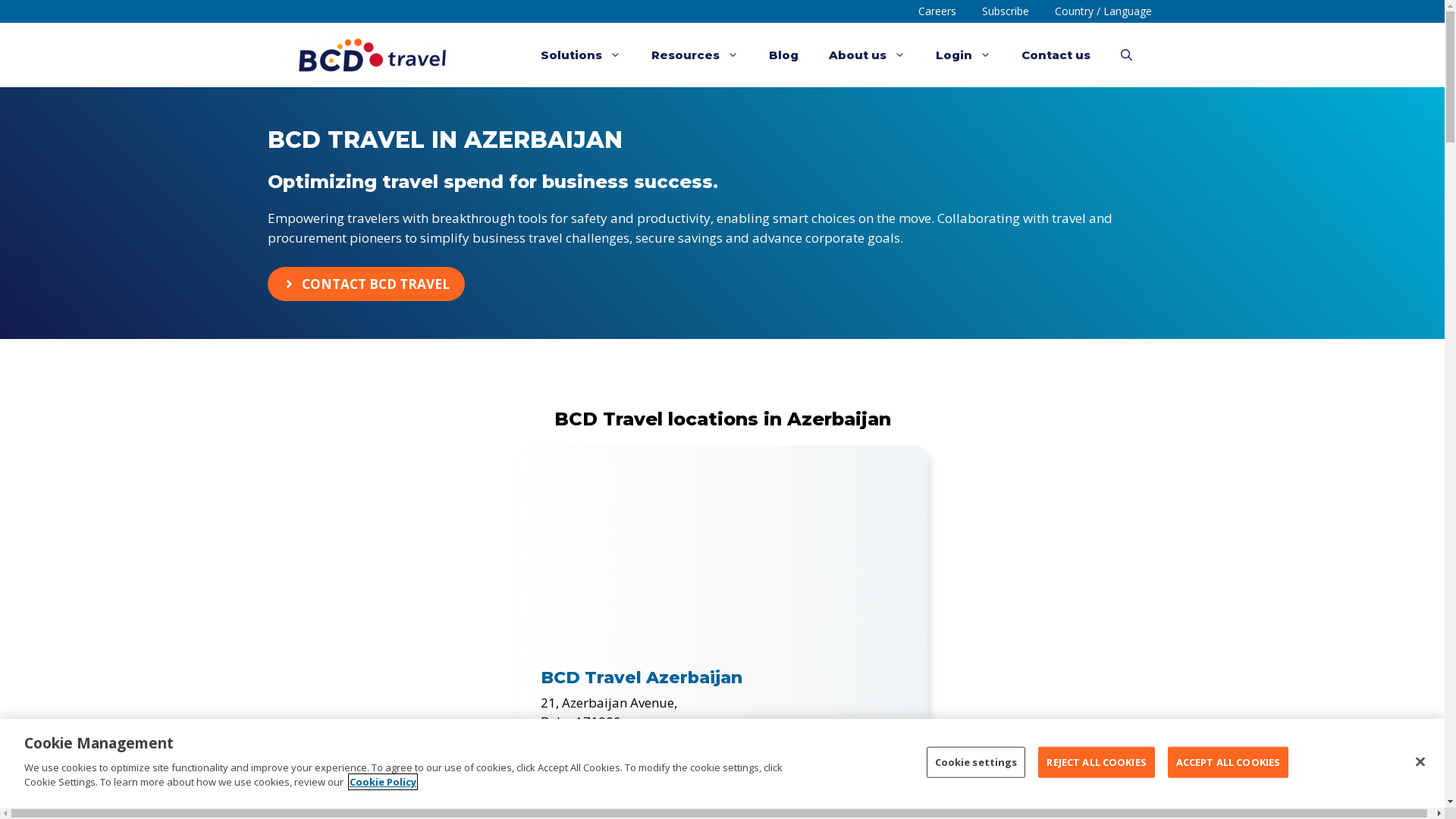 The image size is (1456, 819). I want to click on 'BCD Travel', so click(372, 54).